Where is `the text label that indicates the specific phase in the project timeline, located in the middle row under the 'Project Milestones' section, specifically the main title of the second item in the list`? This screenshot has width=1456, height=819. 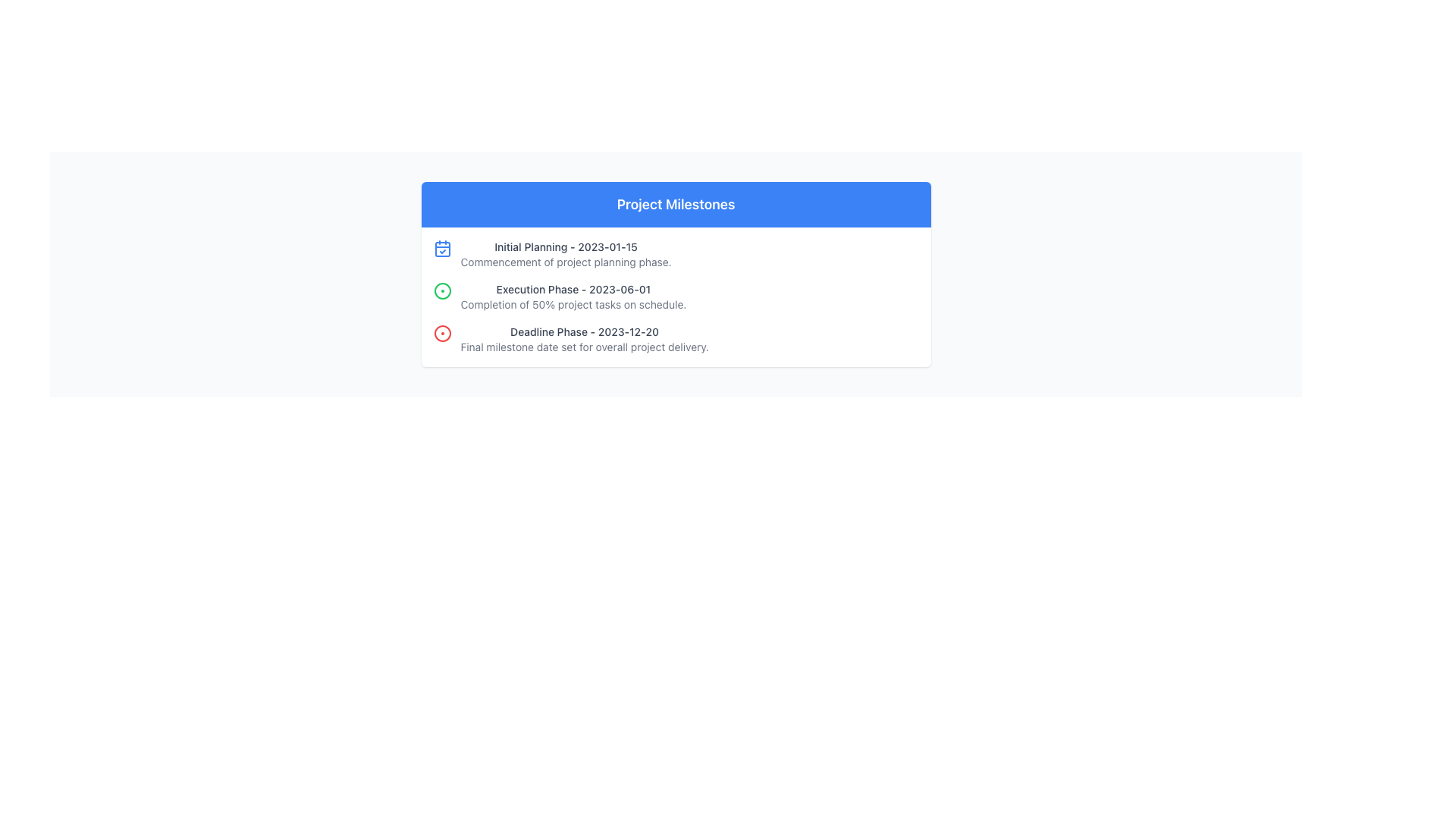 the text label that indicates the specific phase in the project timeline, located in the middle row under the 'Project Milestones' section, specifically the main title of the second item in the list is located at coordinates (573, 289).